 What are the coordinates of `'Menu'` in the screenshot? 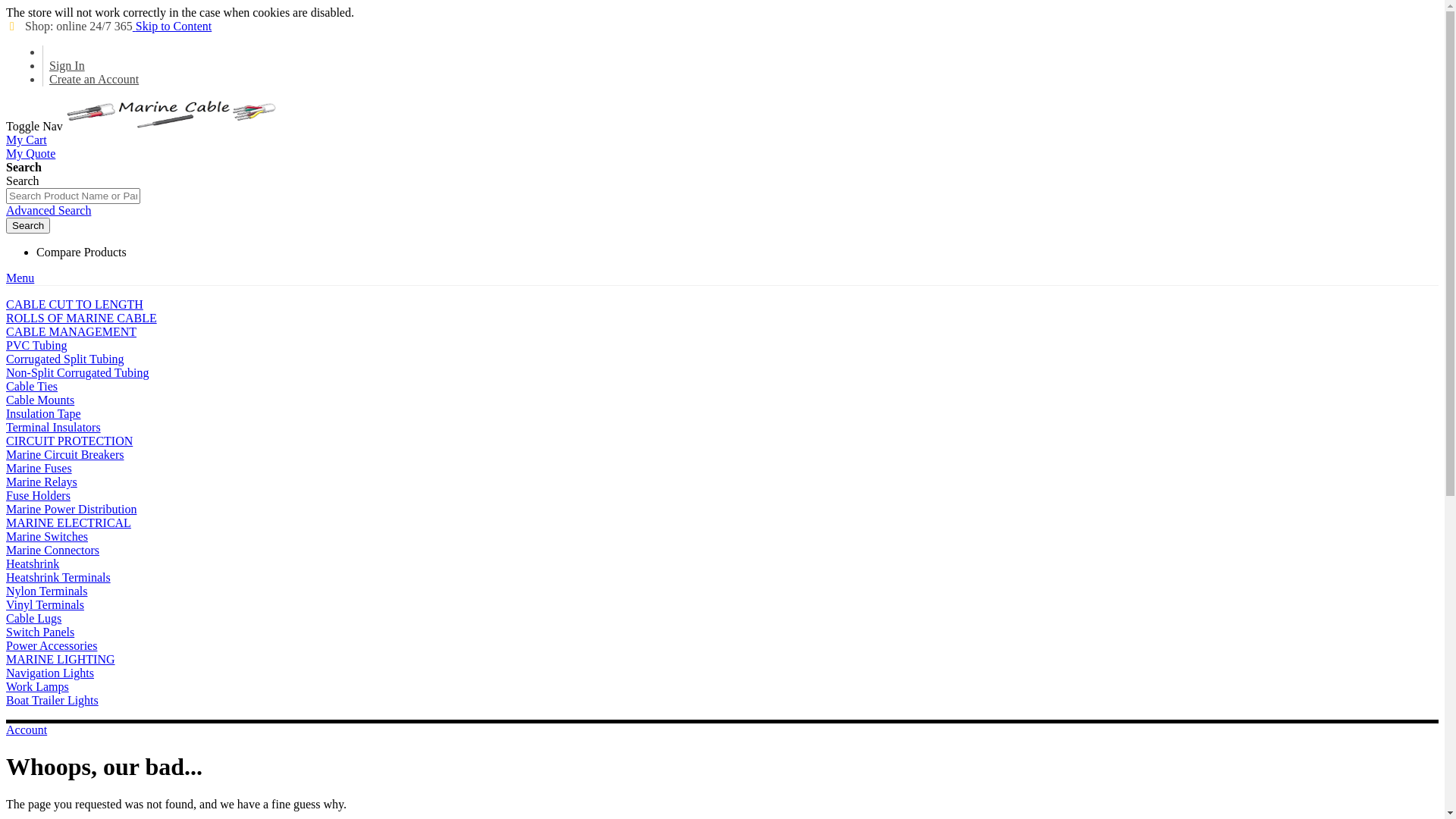 It's located at (20, 278).